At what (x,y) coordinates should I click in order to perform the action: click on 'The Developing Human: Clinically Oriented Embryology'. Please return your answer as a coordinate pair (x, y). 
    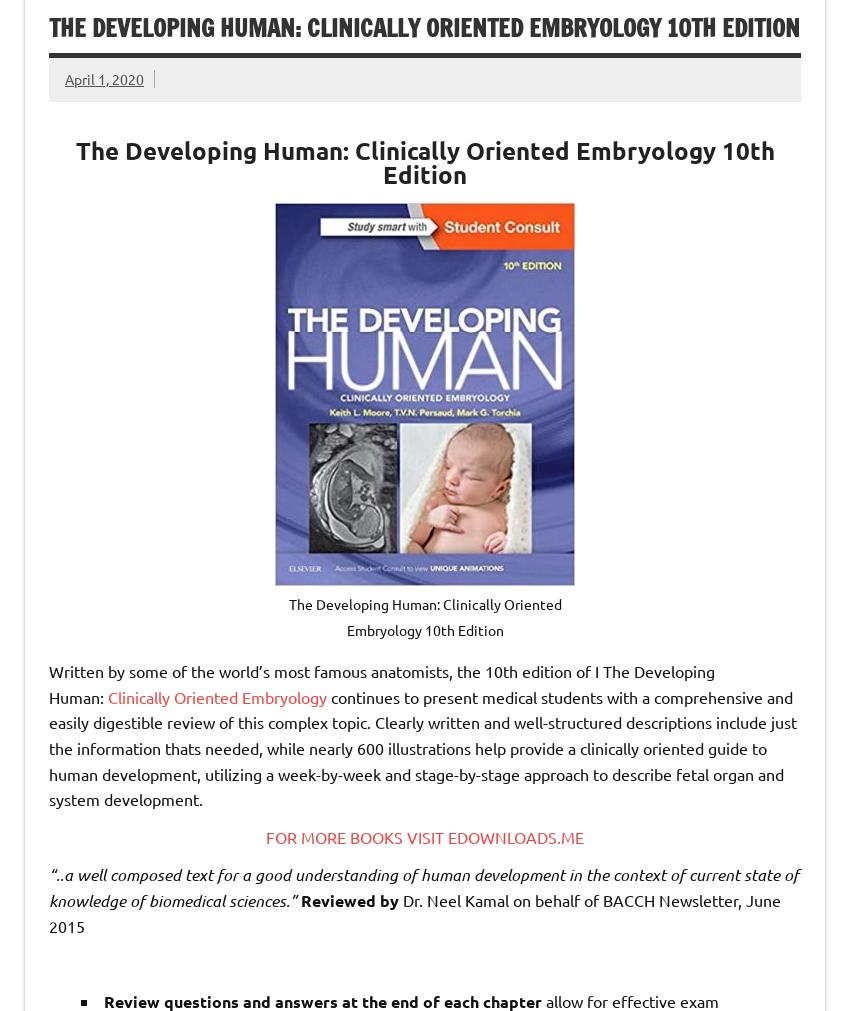
    Looking at the image, I should click on (74, 148).